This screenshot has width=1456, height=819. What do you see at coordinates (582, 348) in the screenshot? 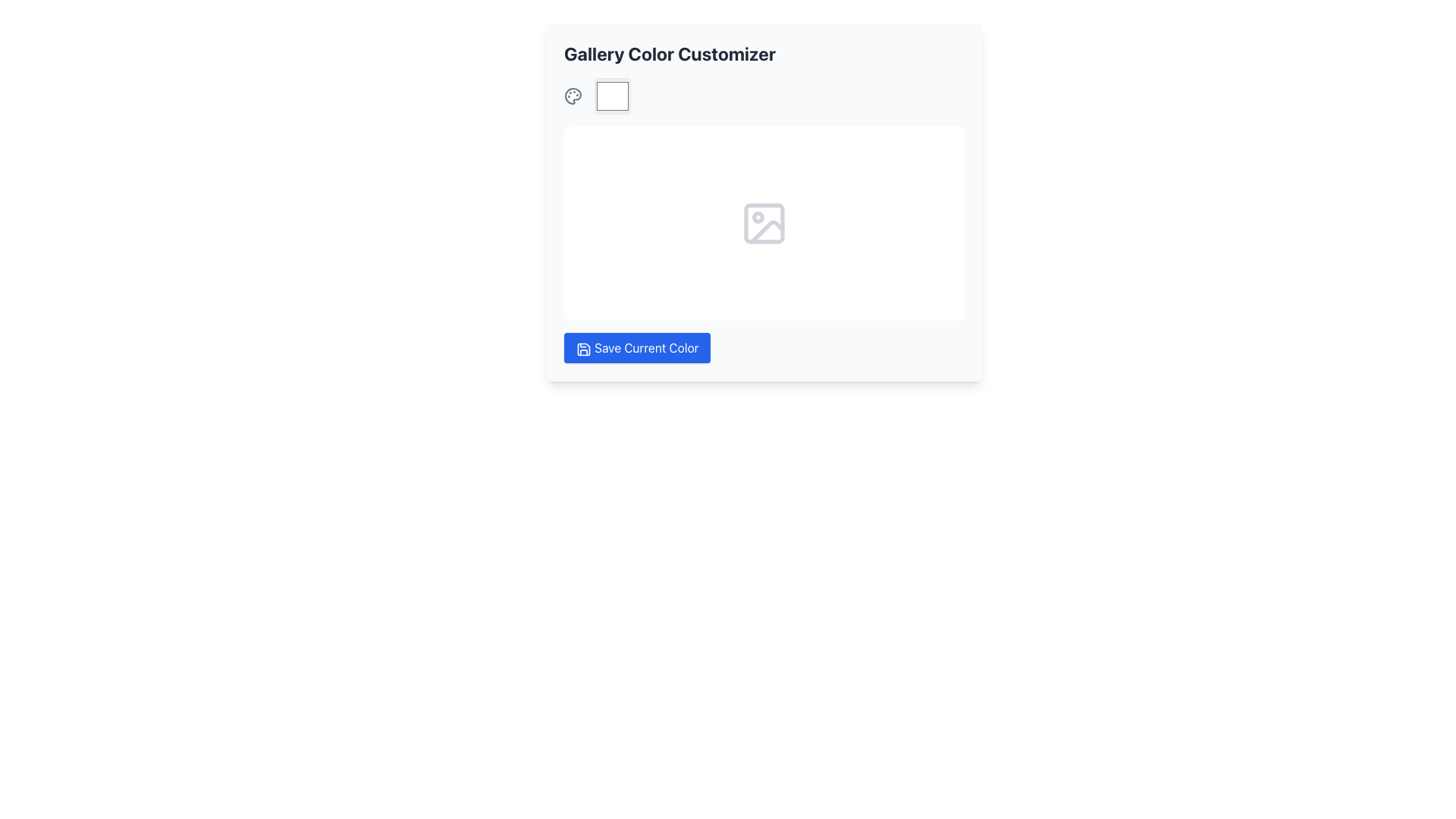
I see `the save icon` at bounding box center [582, 348].